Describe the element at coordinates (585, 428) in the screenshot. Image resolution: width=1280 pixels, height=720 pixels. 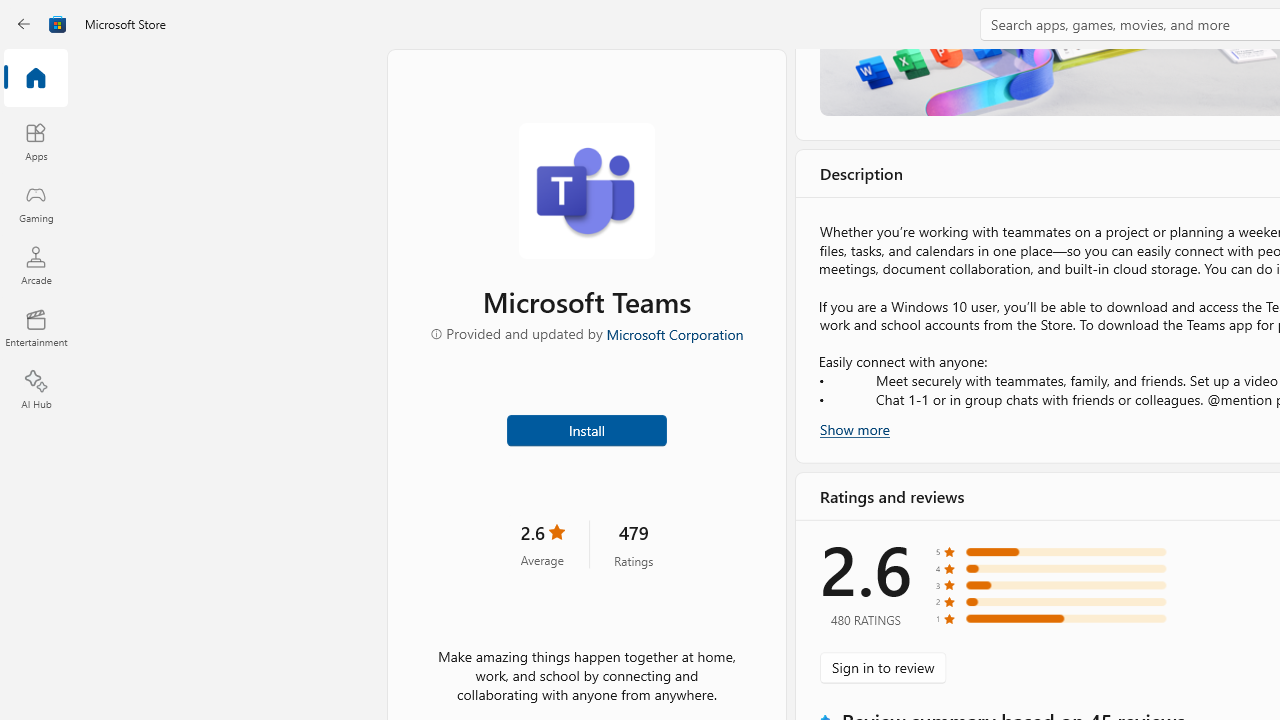
I see `'Install'` at that location.